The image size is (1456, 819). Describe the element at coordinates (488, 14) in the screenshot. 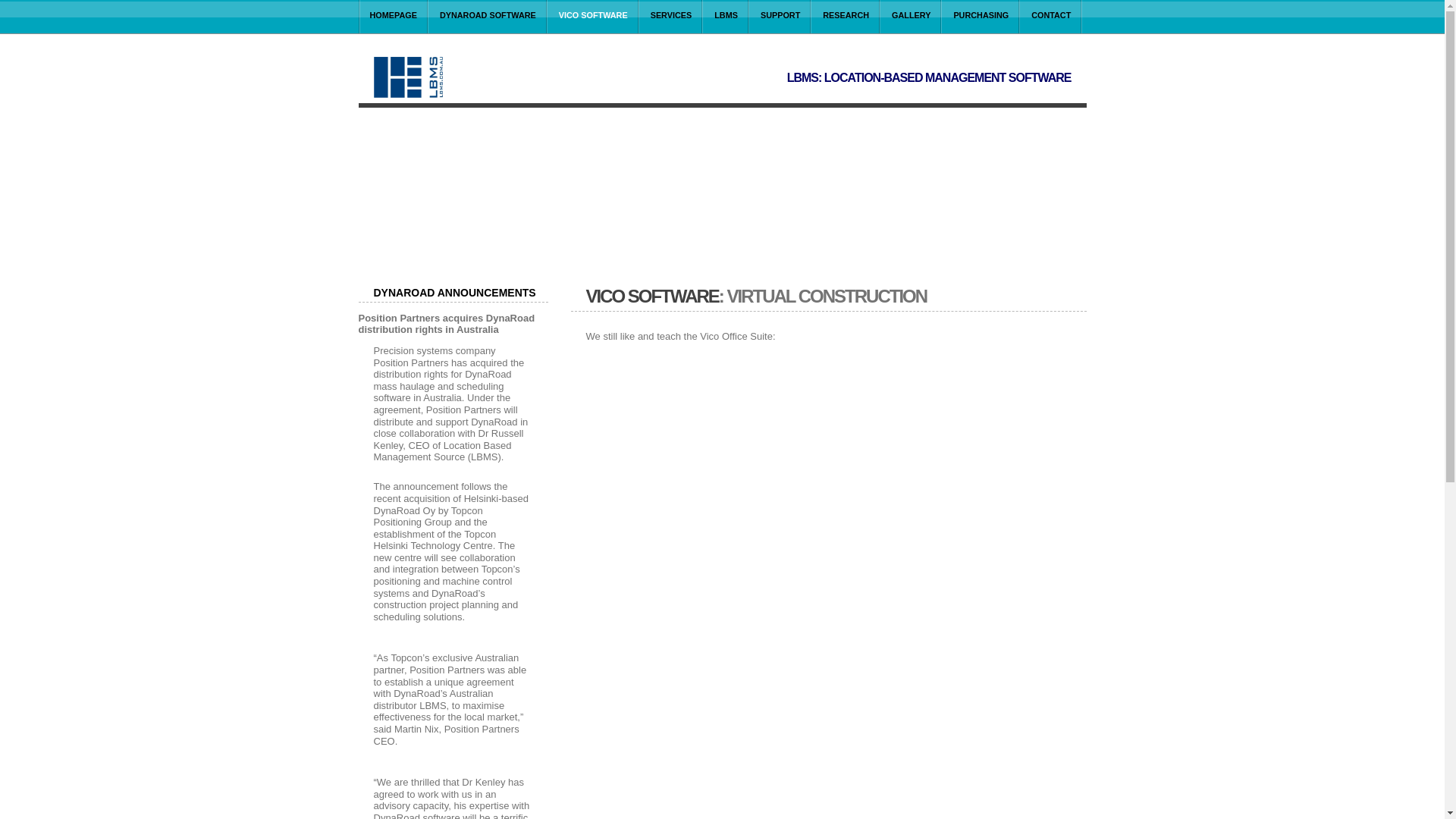

I see `'DYNAROAD SOFTWARE'` at that location.